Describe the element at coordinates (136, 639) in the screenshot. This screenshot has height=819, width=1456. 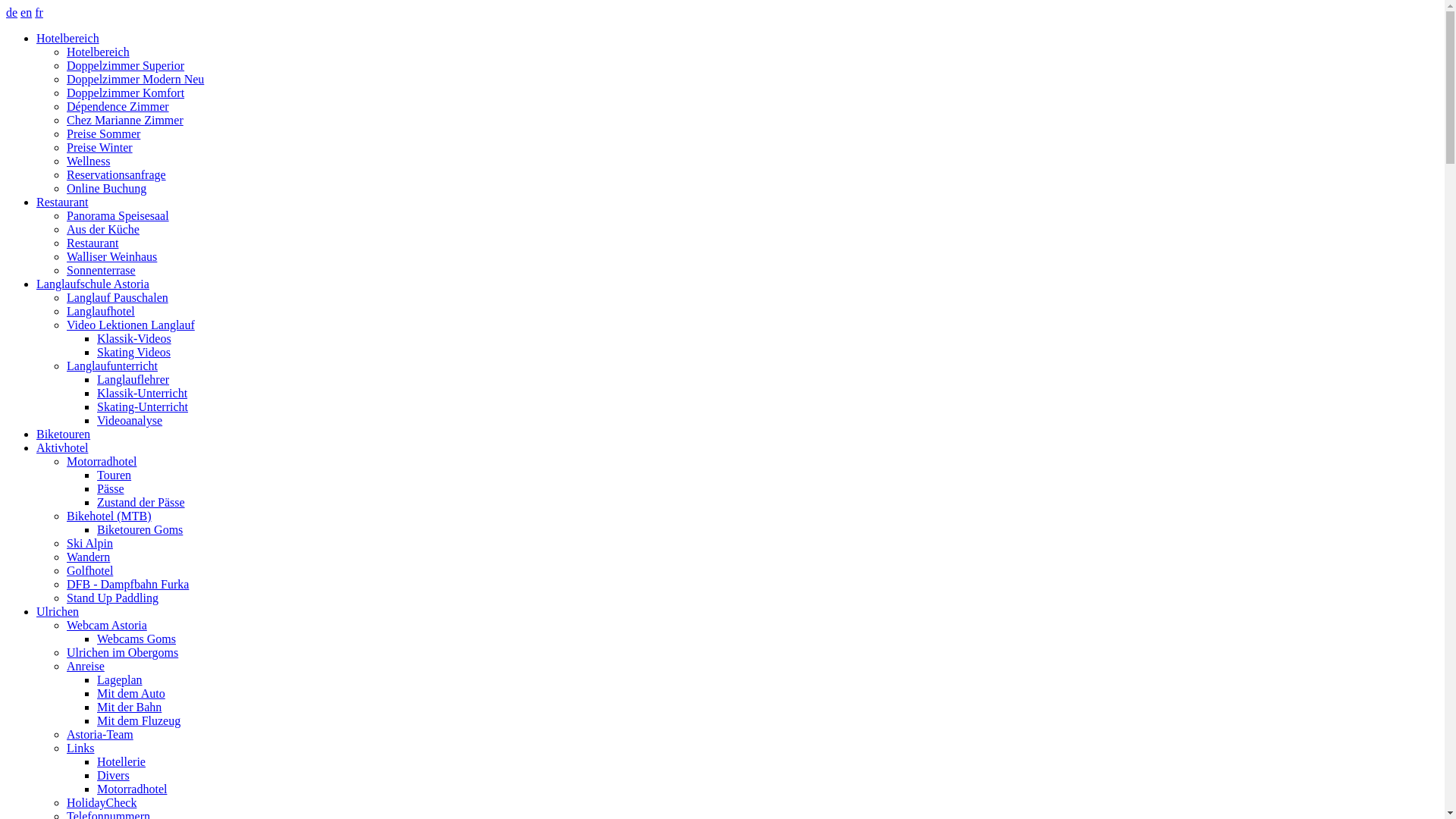
I see `'Webcams Goms'` at that location.